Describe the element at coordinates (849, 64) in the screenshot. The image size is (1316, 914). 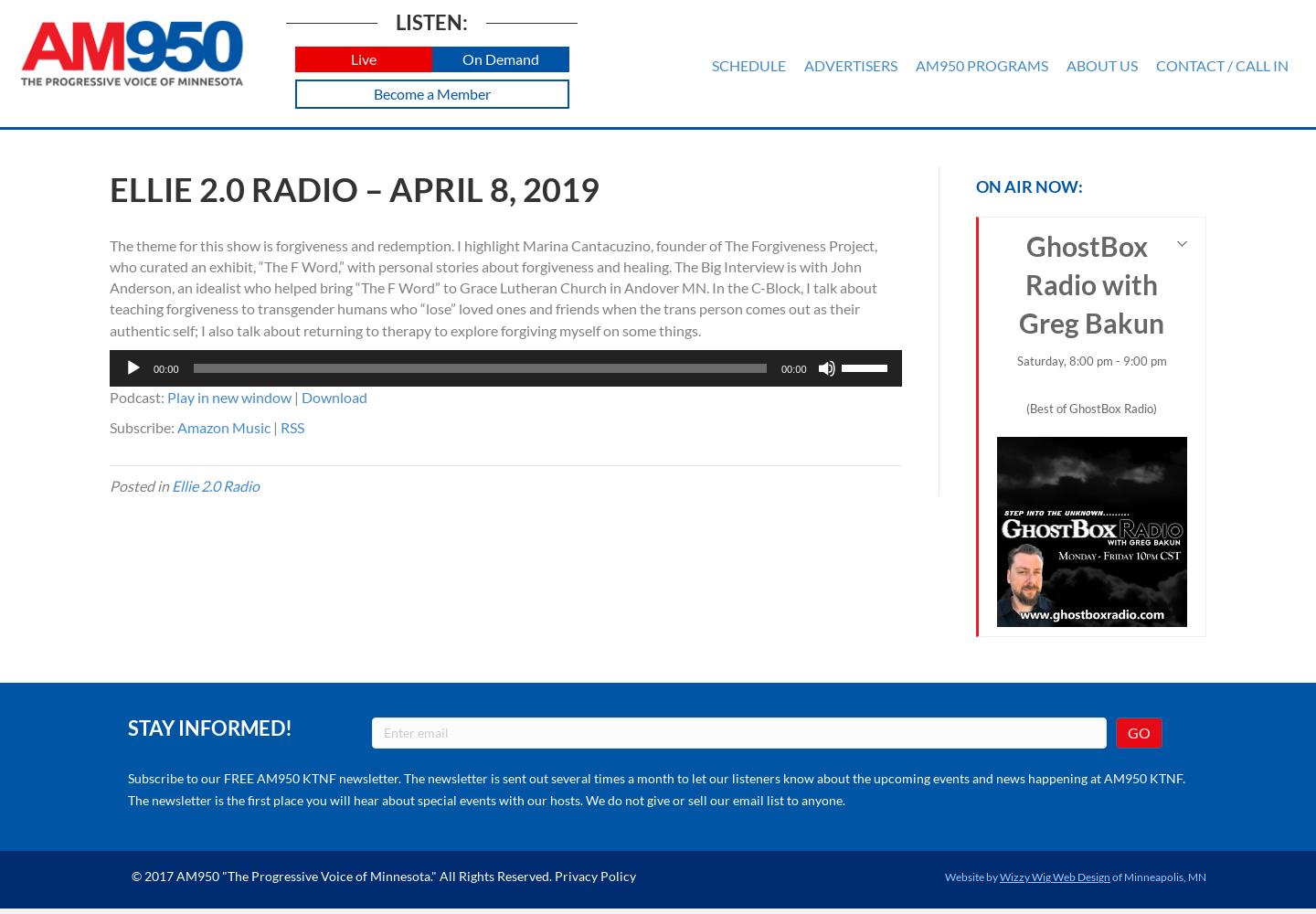
I see `'ADVERTISERS'` at that location.